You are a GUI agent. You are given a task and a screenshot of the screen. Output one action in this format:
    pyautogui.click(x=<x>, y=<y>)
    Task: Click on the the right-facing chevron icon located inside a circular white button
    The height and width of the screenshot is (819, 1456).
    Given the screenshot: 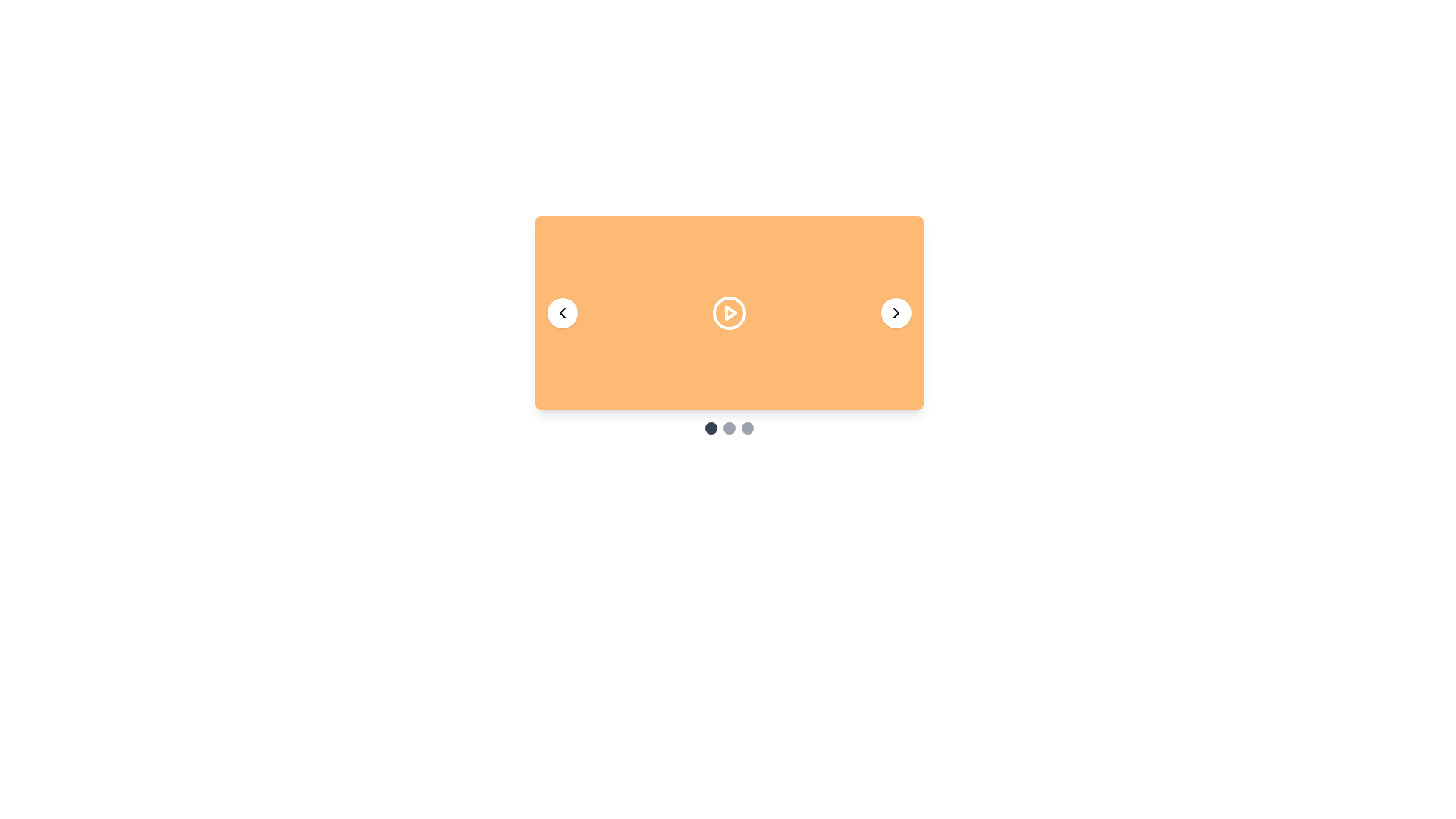 What is the action you would take?
    pyautogui.click(x=896, y=312)
    